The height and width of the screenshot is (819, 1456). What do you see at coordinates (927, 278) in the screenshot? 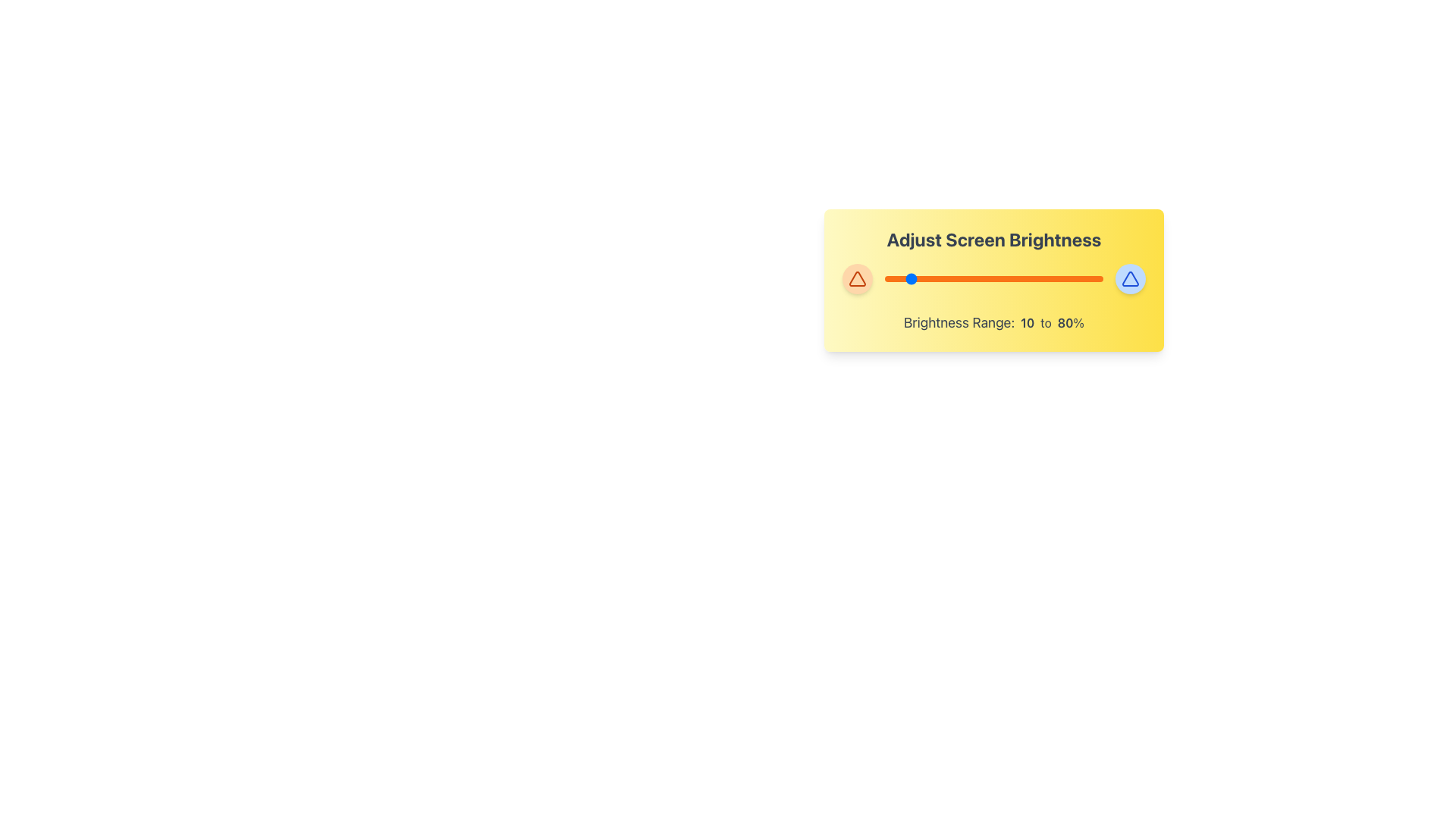
I see `brightness` at bounding box center [927, 278].